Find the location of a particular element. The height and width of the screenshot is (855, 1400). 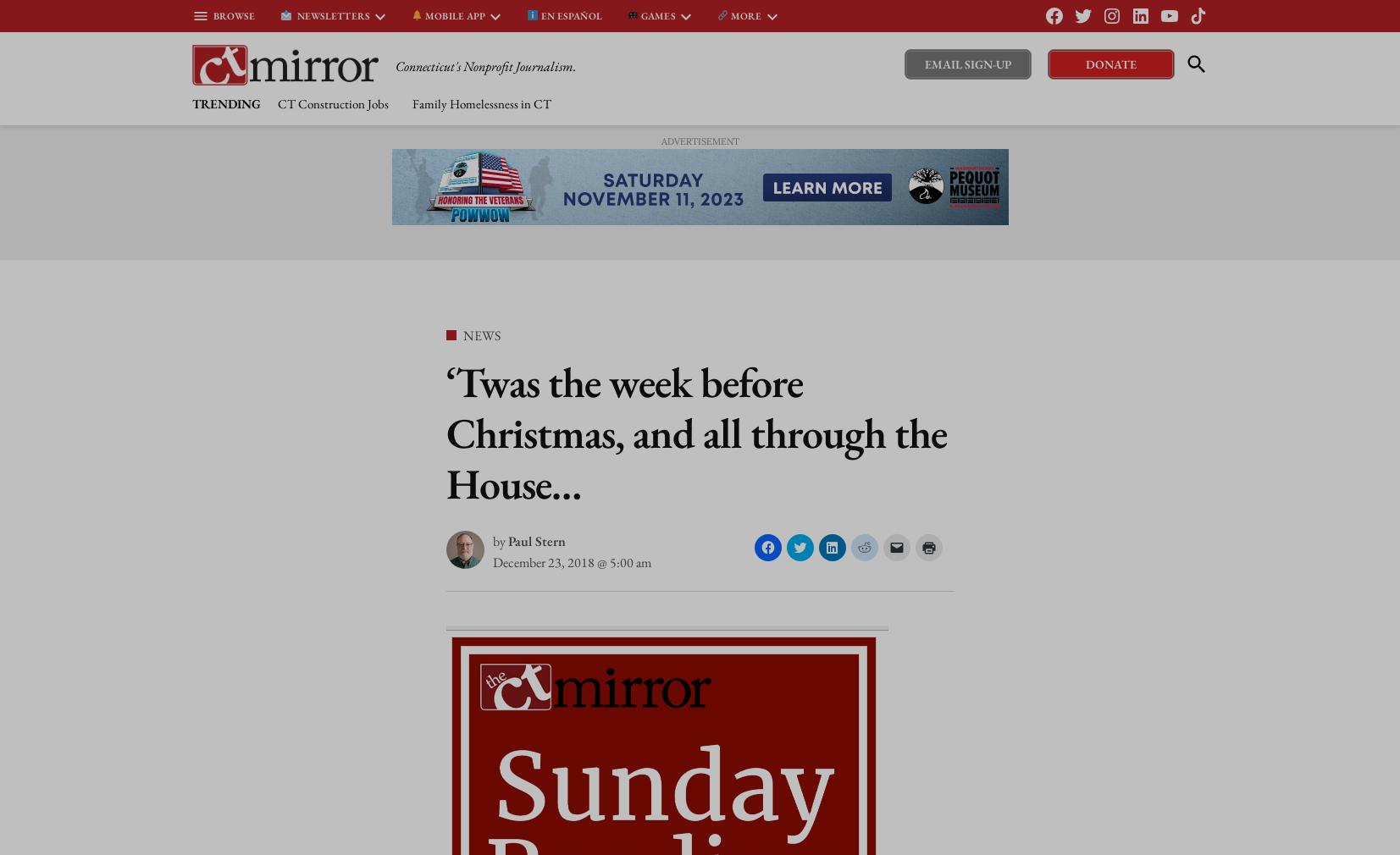

'CT Mirror' is located at coordinates (429, 68).